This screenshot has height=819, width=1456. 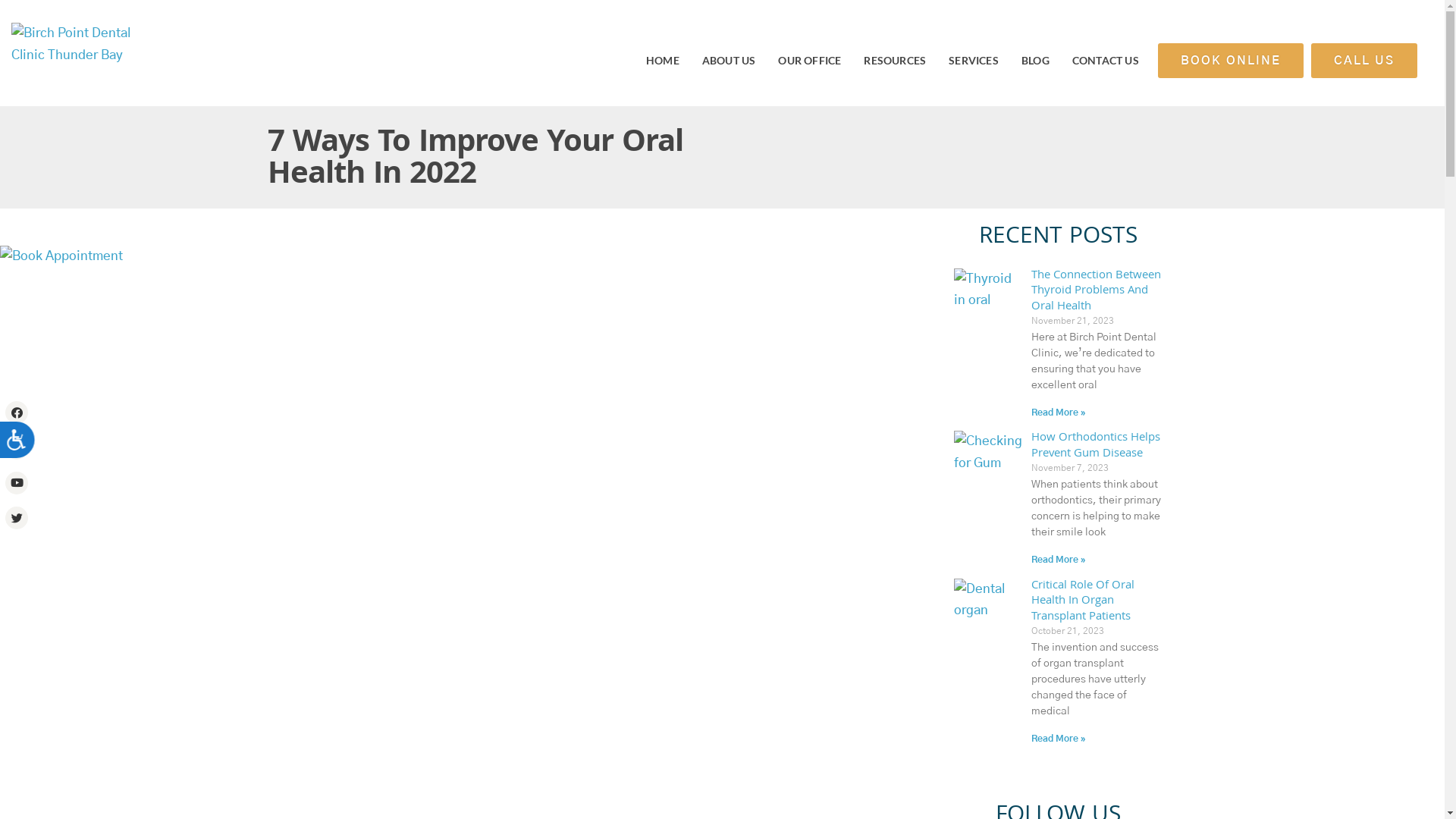 What do you see at coordinates (1095, 445) in the screenshot?
I see `'How Orthodontics Helps Prevent Gum Disease'` at bounding box center [1095, 445].